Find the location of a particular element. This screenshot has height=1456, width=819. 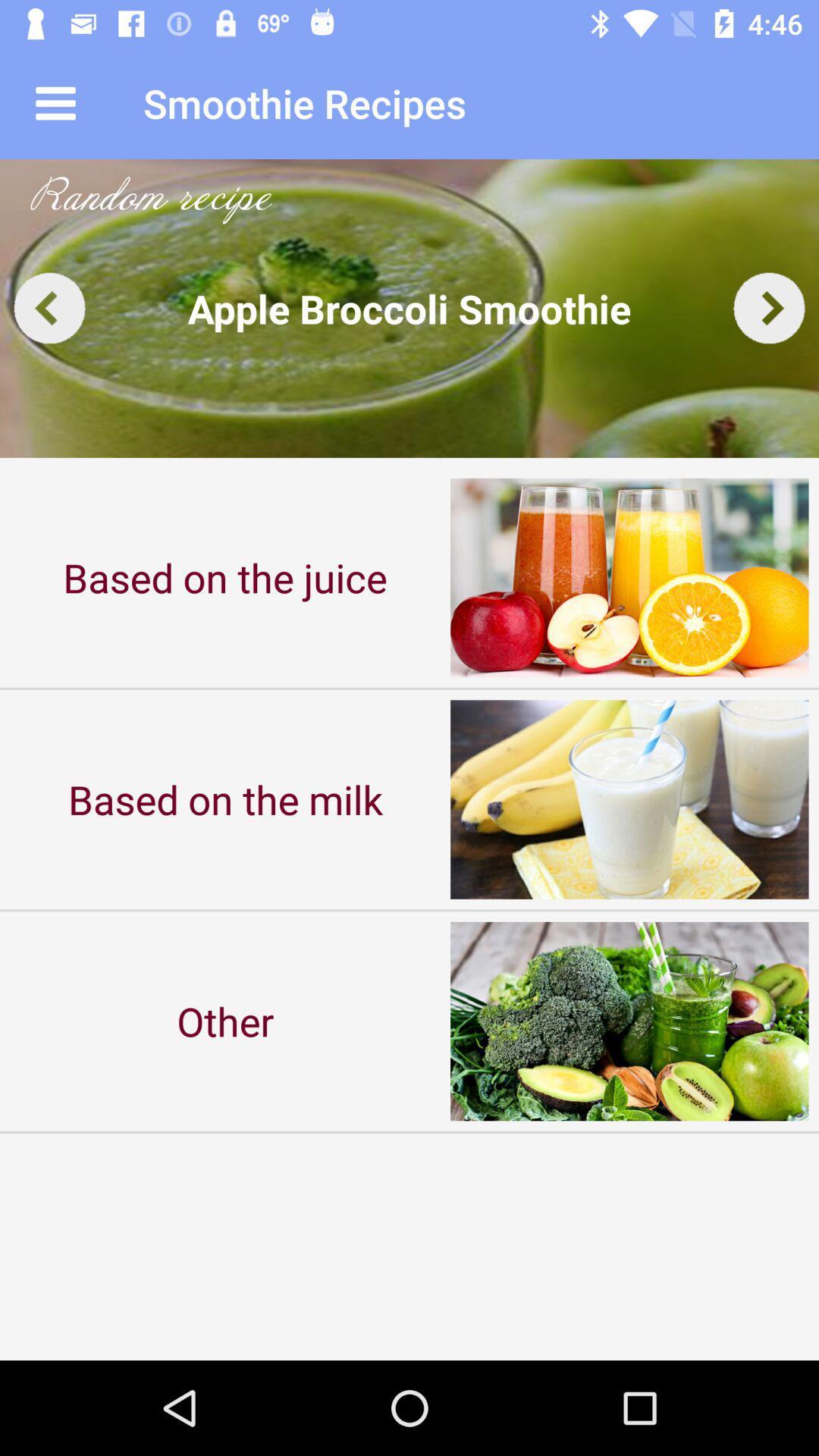

next is located at coordinates (769, 307).